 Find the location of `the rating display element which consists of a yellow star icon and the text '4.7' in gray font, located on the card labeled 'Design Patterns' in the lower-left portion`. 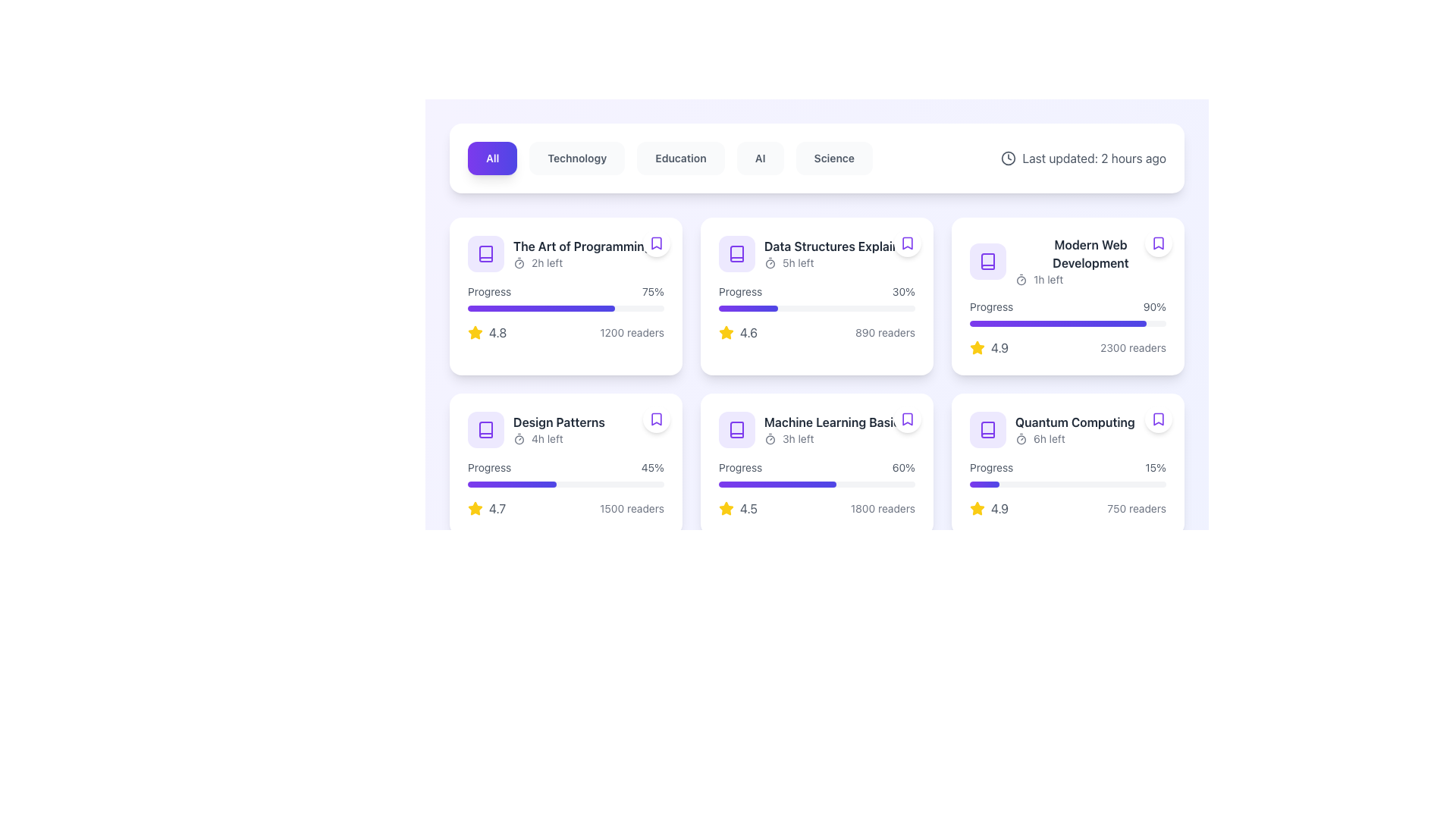

the rating display element which consists of a yellow star icon and the text '4.7' in gray font, located on the card labeled 'Design Patterns' in the lower-left portion is located at coordinates (487, 509).